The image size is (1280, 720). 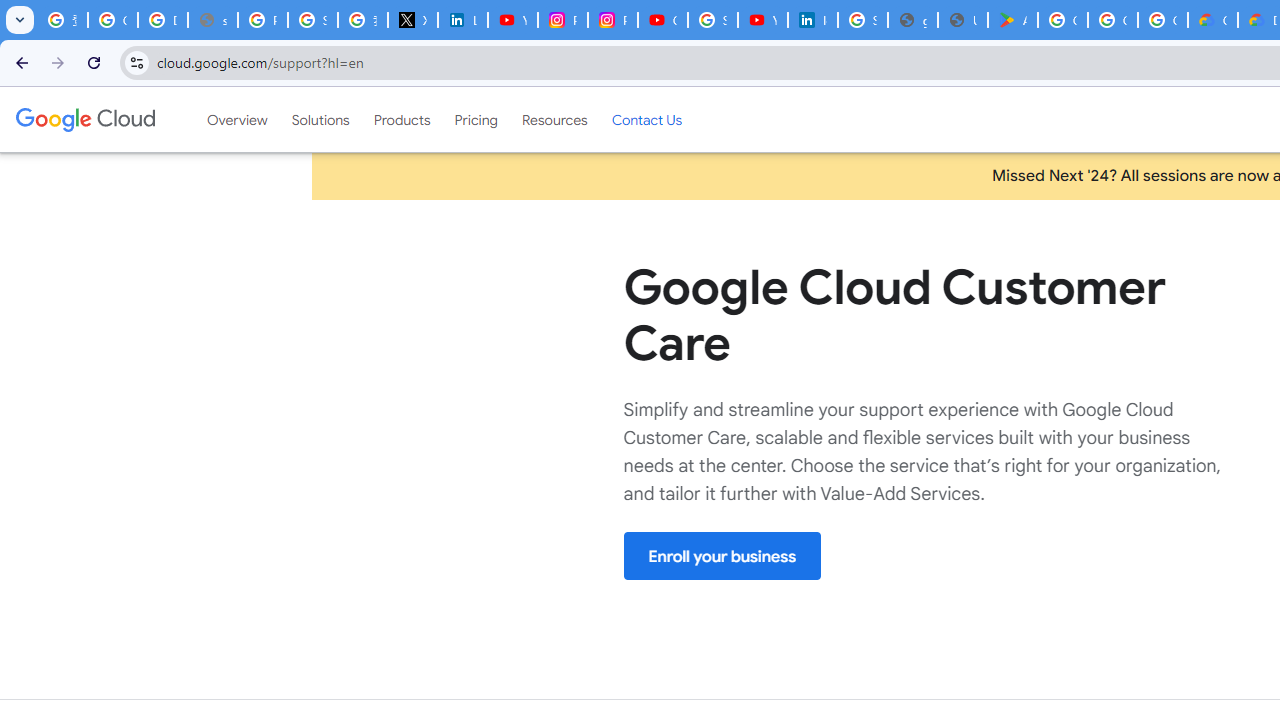 What do you see at coordinates (475, 119) in the screenshot?
I see `'Pricing'` at bounding box center [475, 119].